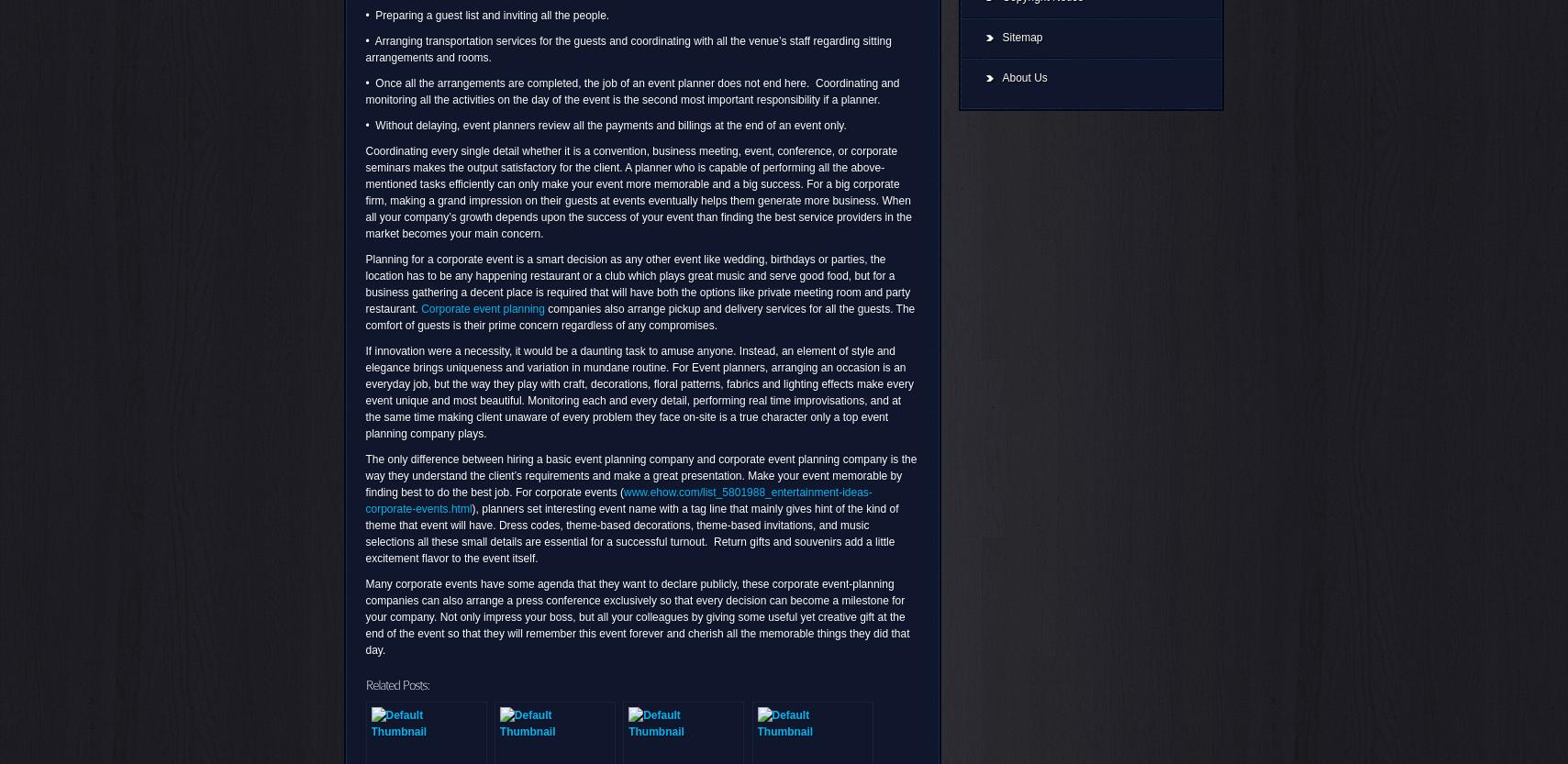  I want to click on 'Coordinating every single detail whether it is a convention, business meeting, event, conference, or corporate seminars makes the output satisfactory for the client. A planner who is capable of performing all the above-mentioned tasks efficiently can only make your event more memorable and a big success. For a big corporate firm, making a grand impression on their guests at events eventually helps them generate more business. When all your company’s growth depends upon the success of your event than finding the best service providers in the market becomes your main concern.', so click(637, 191).